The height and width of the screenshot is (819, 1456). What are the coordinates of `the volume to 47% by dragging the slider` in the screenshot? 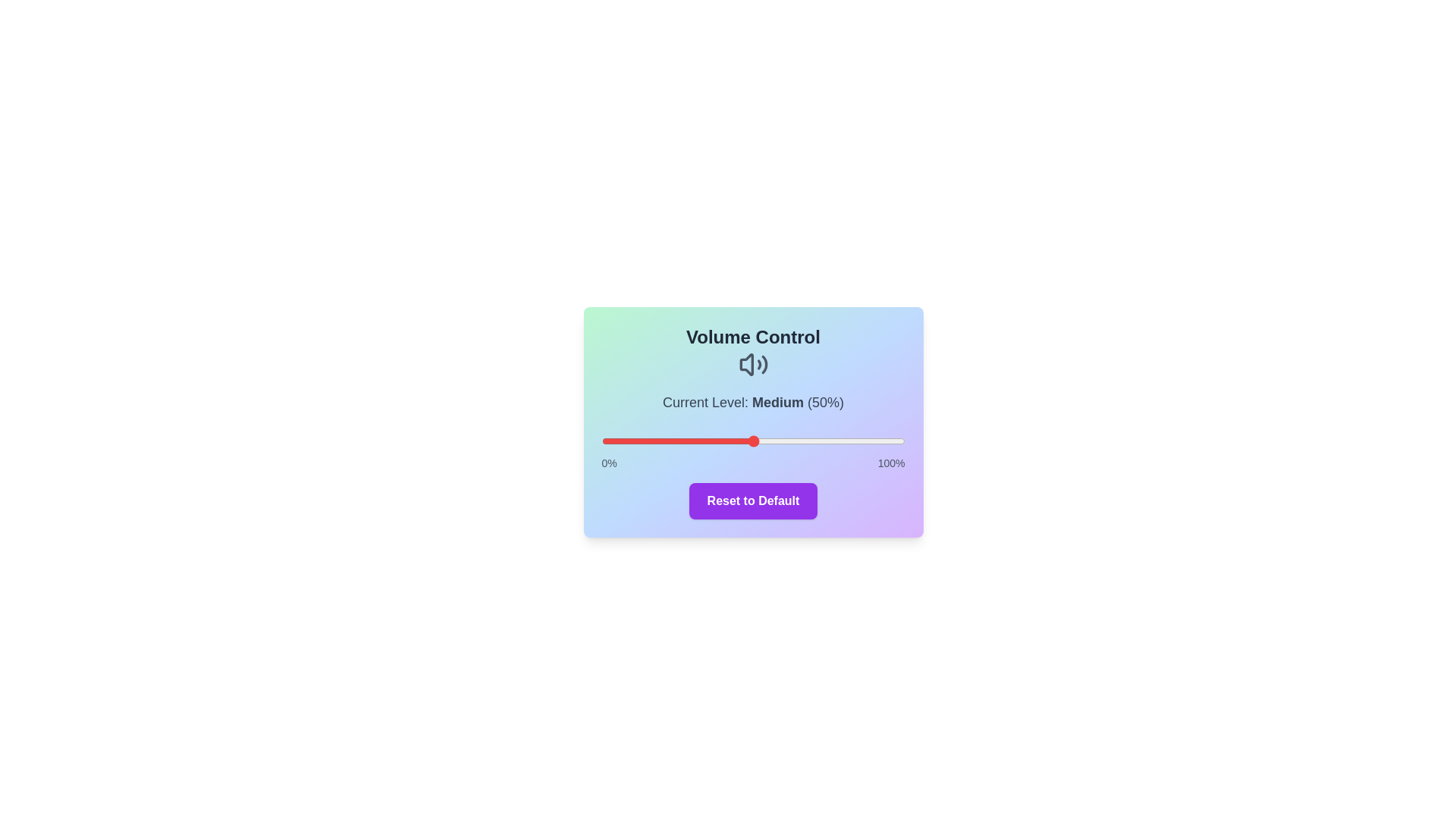 It's located at (744, 441).